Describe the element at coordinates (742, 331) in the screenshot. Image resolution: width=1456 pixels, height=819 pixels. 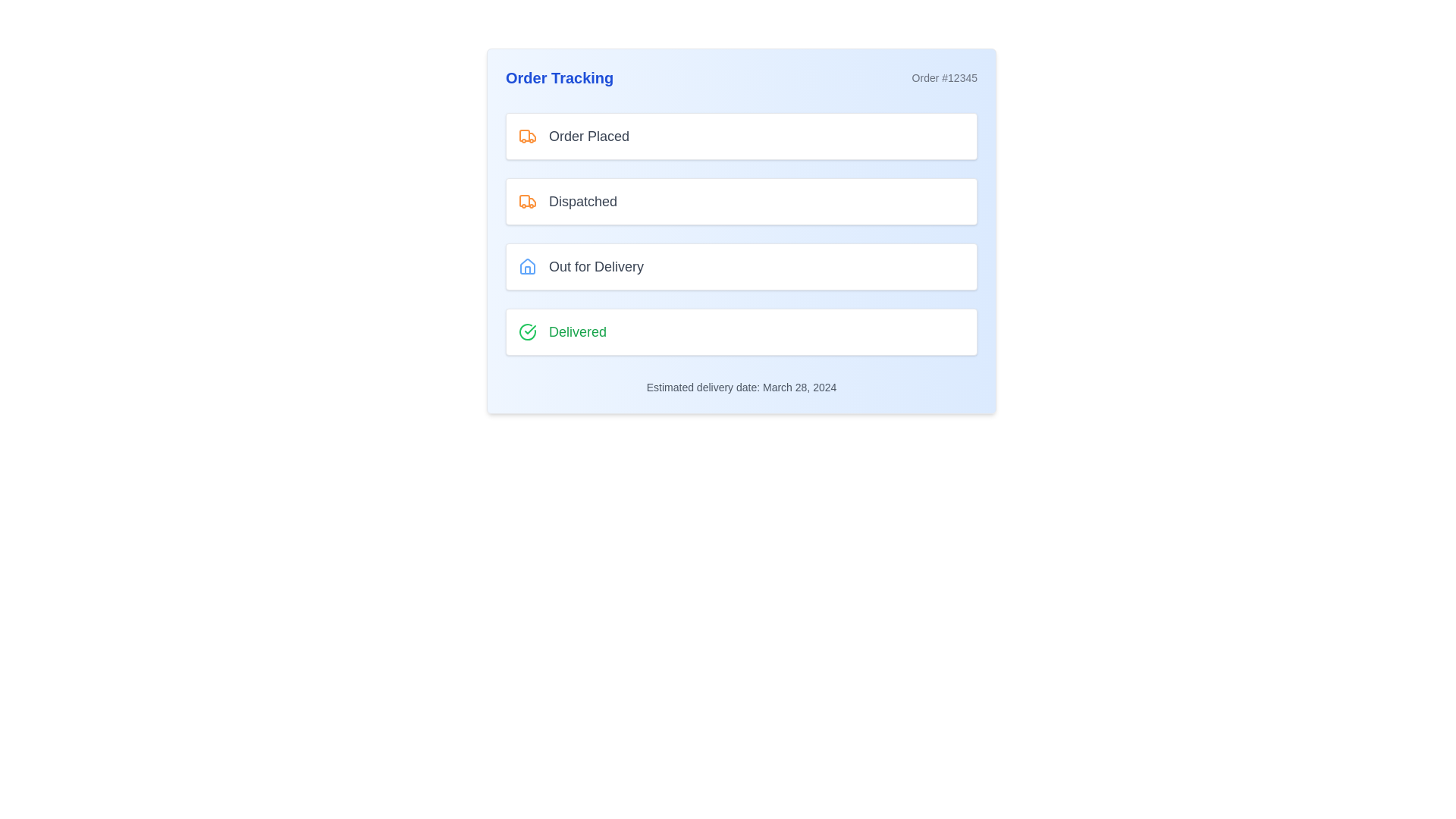
I see `the Status Indicator that represents the final delivery status of an order, located at the bottom of the 'Order Tracking' list` at that location.